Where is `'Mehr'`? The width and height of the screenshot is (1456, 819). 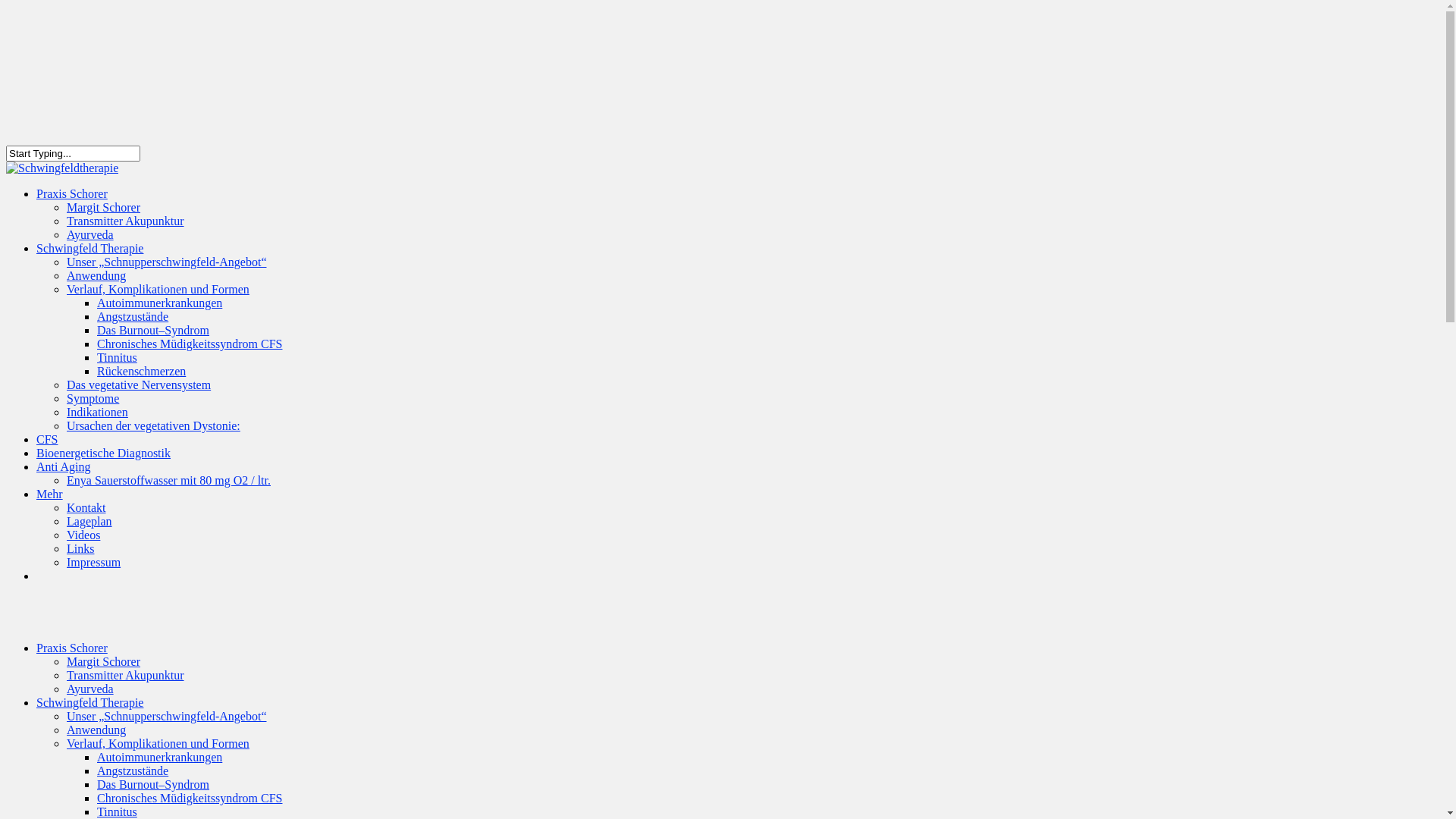
'Mehr' is located at coordinates (49, 504).